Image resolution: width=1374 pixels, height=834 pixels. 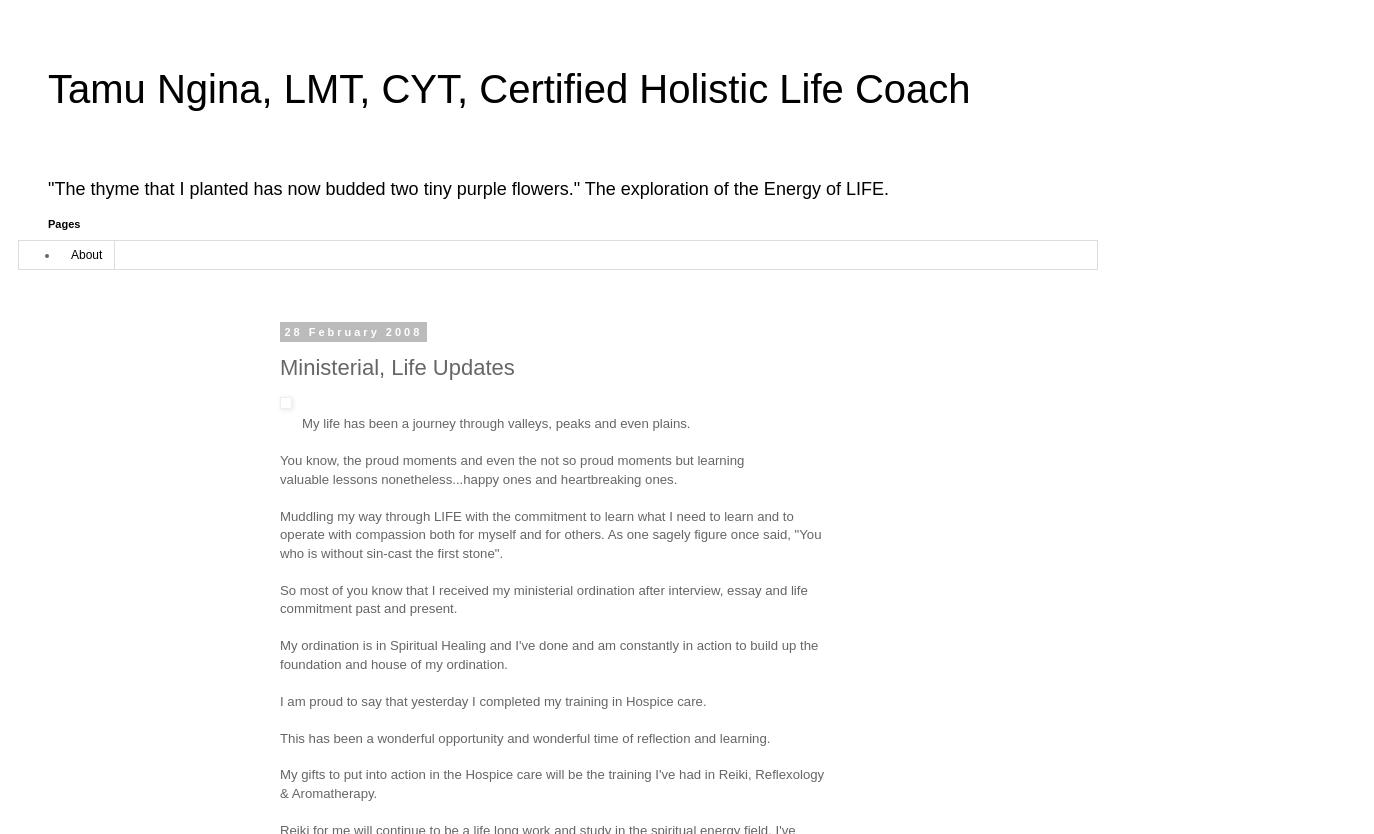 I want to click on 'valuable lessons nonetheless...happy ones and heartbreaking ones.', so click(x=279, y=478).